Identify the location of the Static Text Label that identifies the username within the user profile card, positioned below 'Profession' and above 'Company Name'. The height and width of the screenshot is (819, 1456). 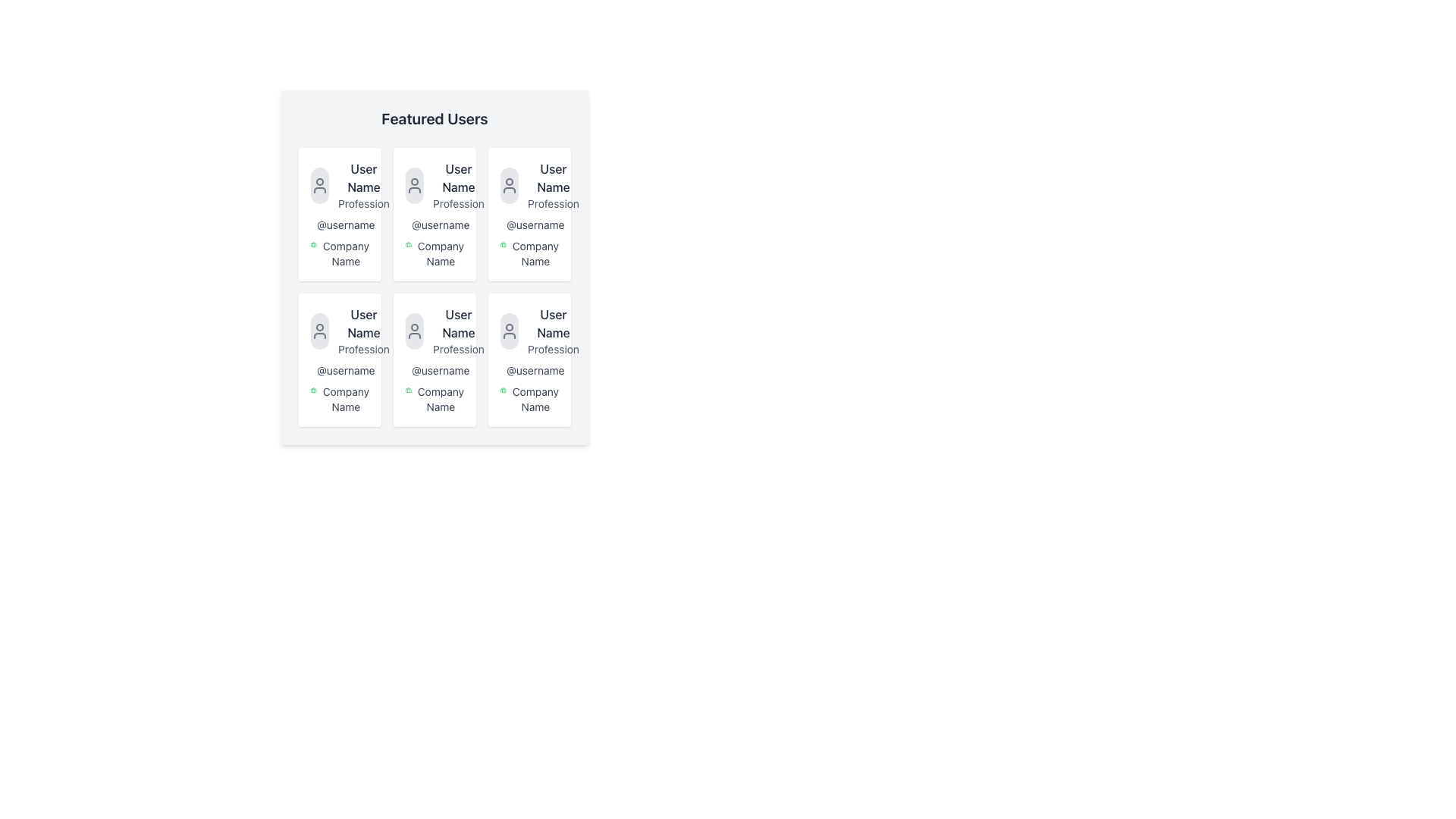
(434, 225).